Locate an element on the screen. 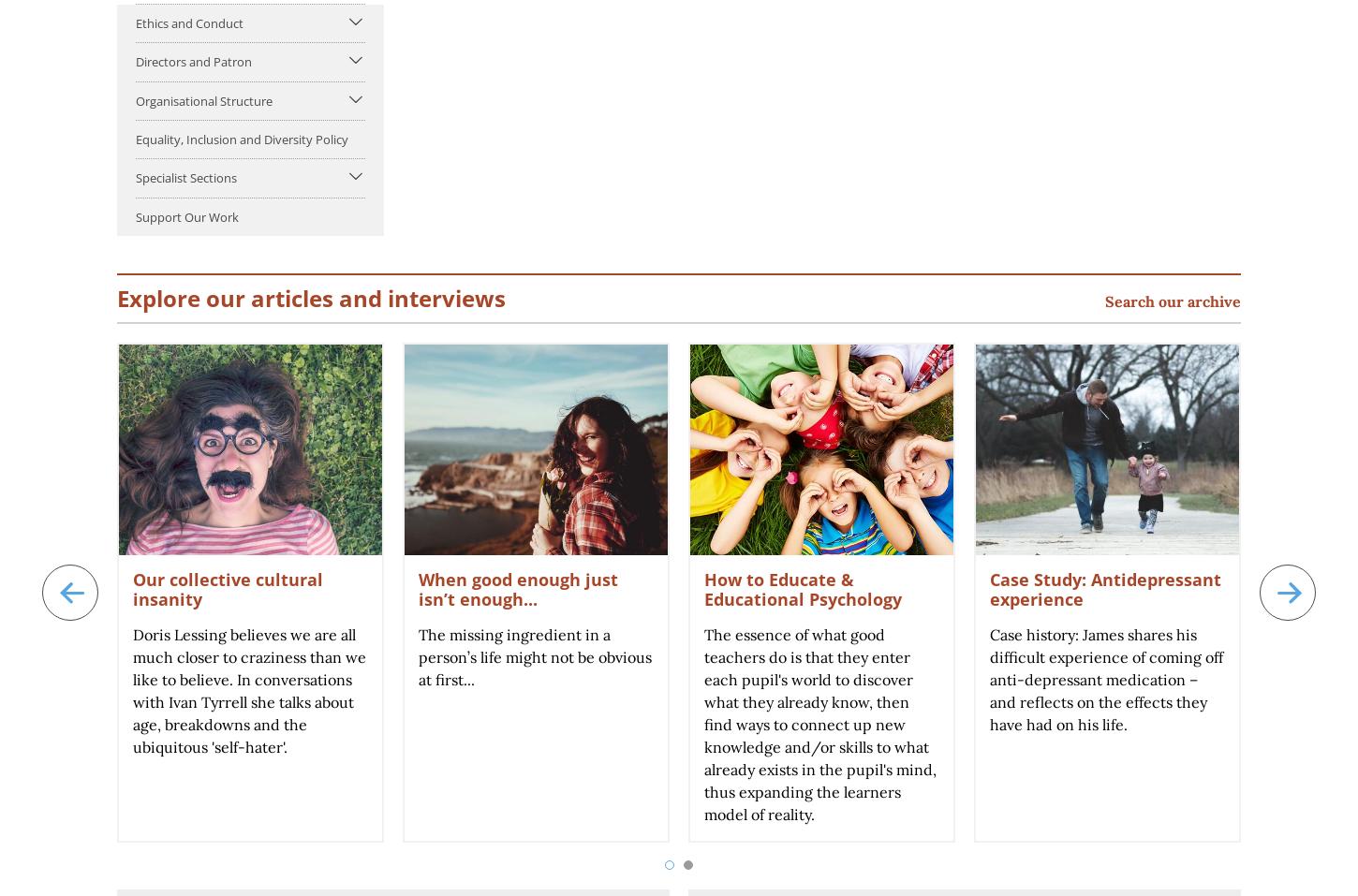 The height and width of the screenshot is (896, 1358). 'Search our archive' is located at coordinates (1104, 300).